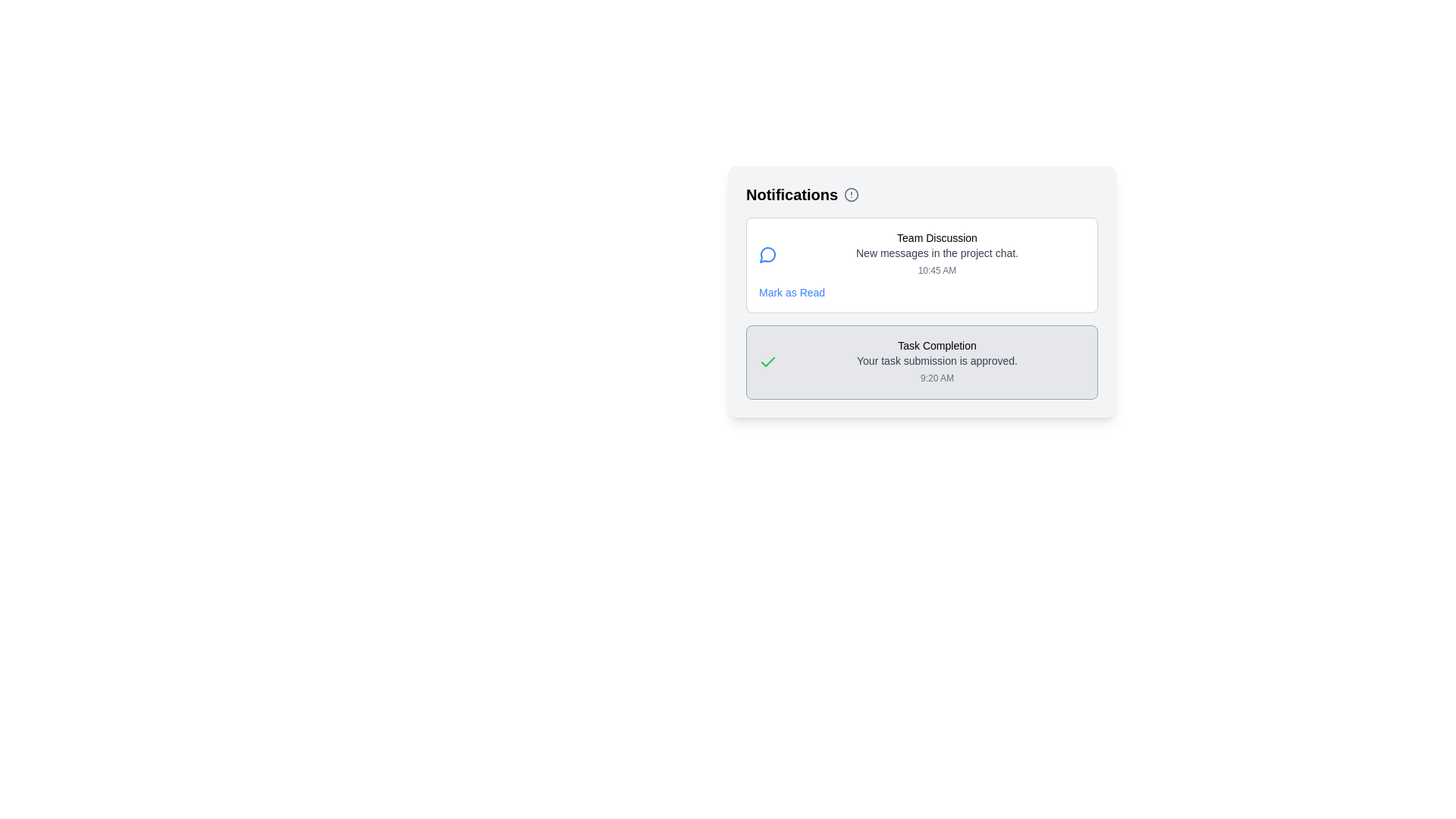 This screenshot has width=1456, height=819. I want to click on the text label reading 'Task Completion' which is styled in a small font and is positioned within a notification card at the bottom of the 'Notifications' panel, so click(937, 345).